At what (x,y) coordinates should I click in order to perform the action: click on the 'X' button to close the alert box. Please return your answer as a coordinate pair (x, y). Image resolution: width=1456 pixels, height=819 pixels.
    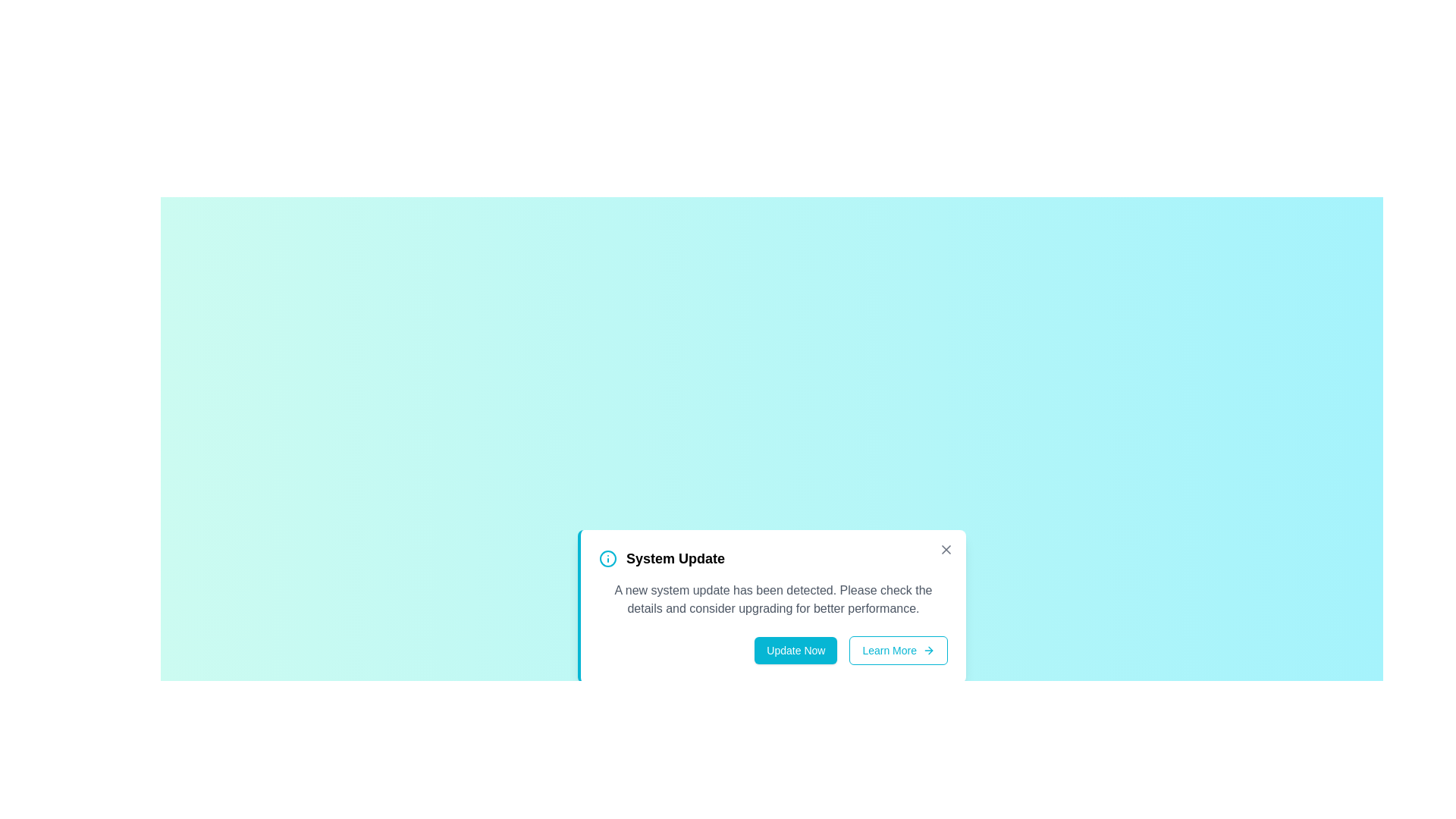
    Looking at the image, I should click on (946, 550).